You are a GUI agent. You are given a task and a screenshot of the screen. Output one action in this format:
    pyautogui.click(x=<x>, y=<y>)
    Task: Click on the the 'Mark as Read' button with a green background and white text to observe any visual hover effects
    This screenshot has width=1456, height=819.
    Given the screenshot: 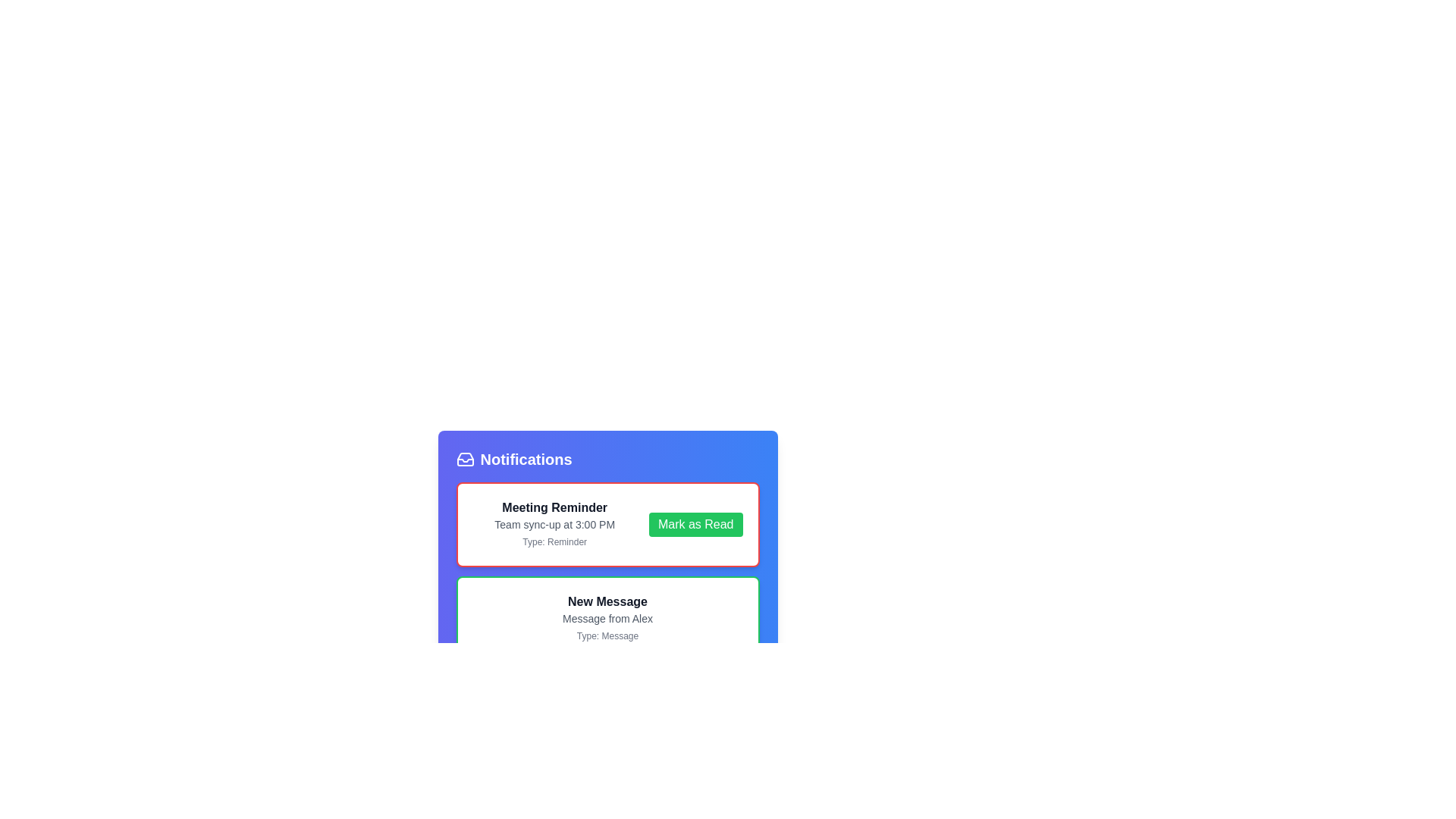 What is the action you would take?
    pyautogui.click(x=695, y=523)
    